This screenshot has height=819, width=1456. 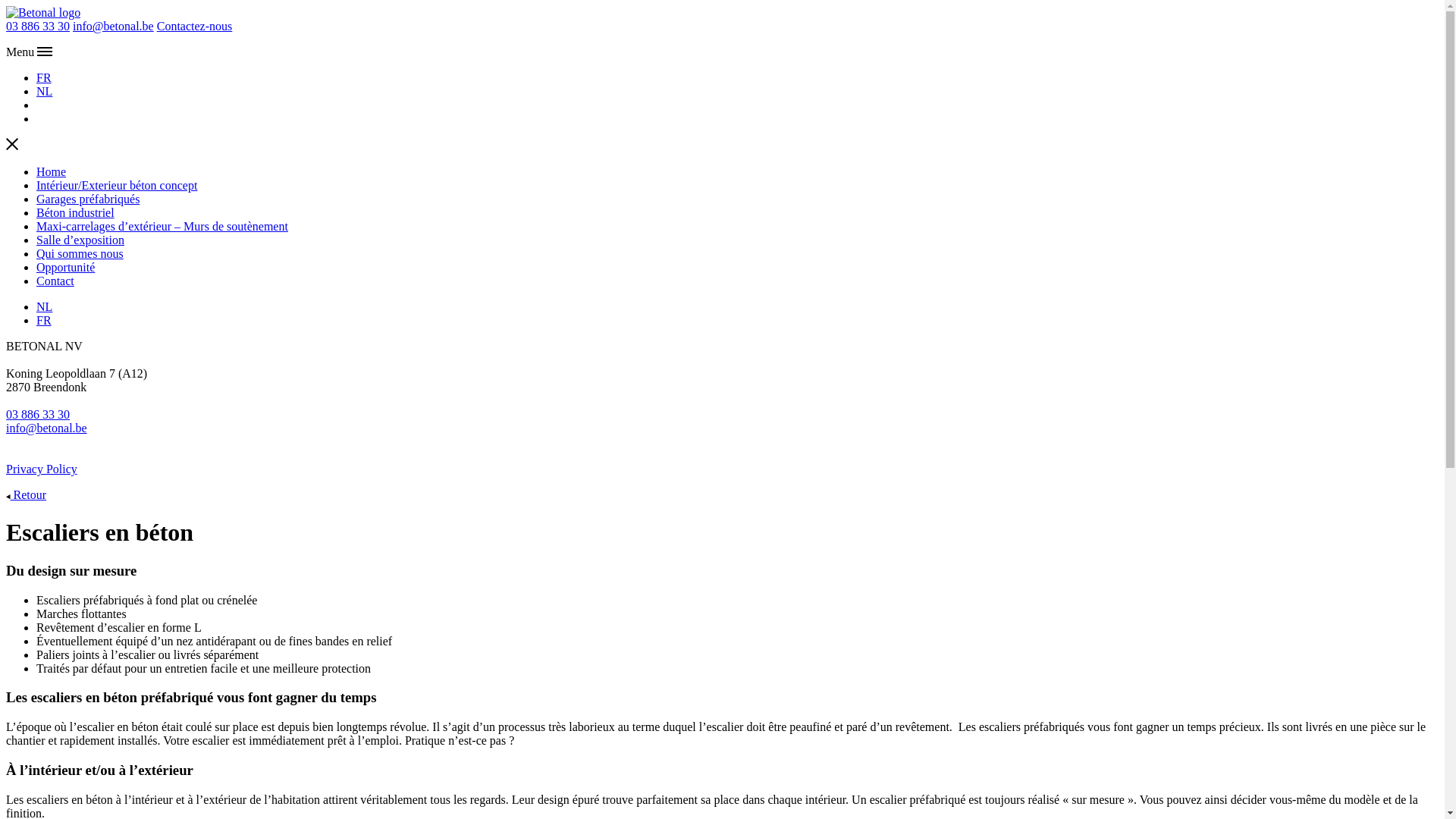 I want to click on 'Home', so click(x=51, y=171).